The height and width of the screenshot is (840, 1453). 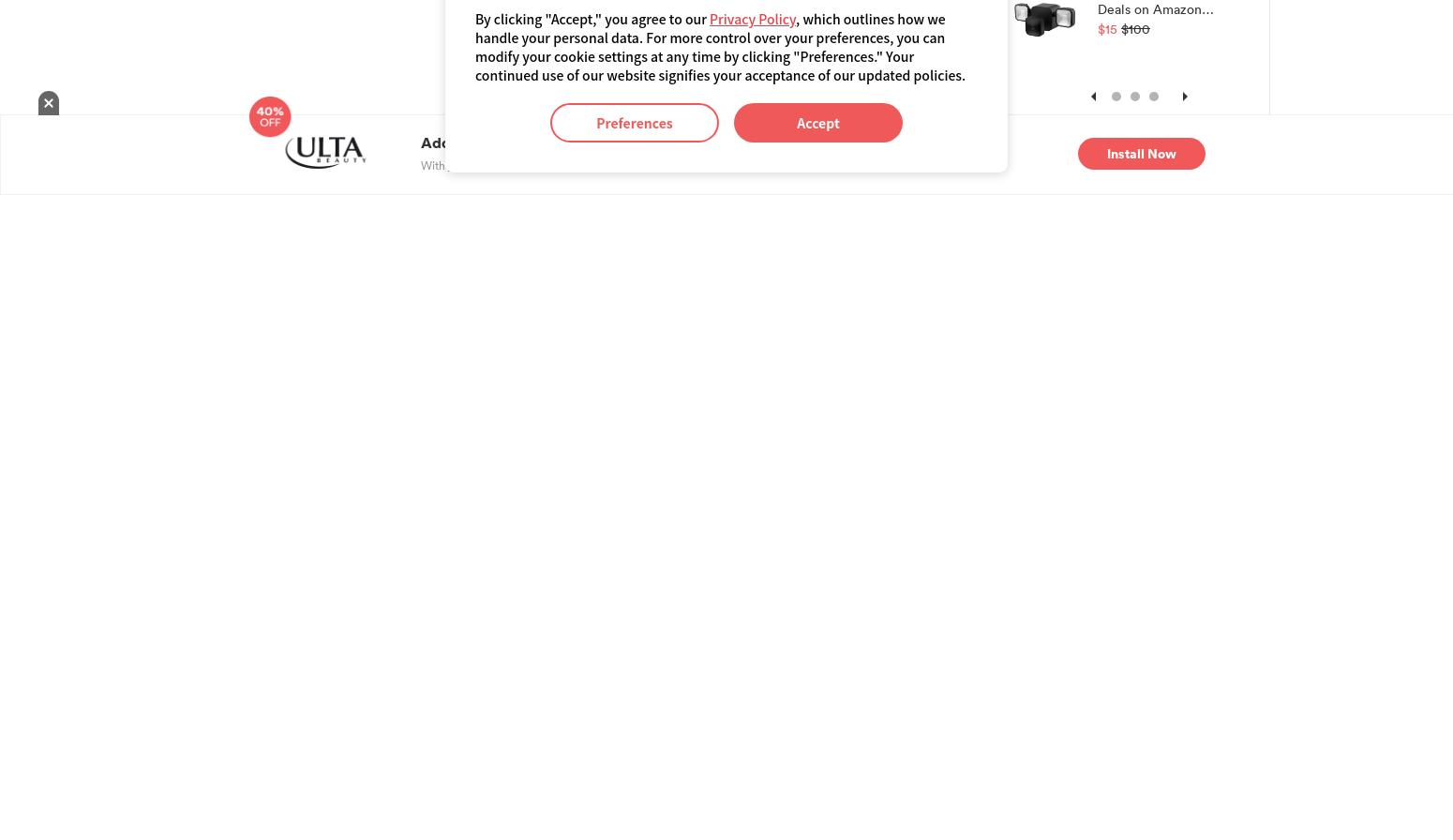 I want to click on 'Install Now', so click(x=1141, y=153).